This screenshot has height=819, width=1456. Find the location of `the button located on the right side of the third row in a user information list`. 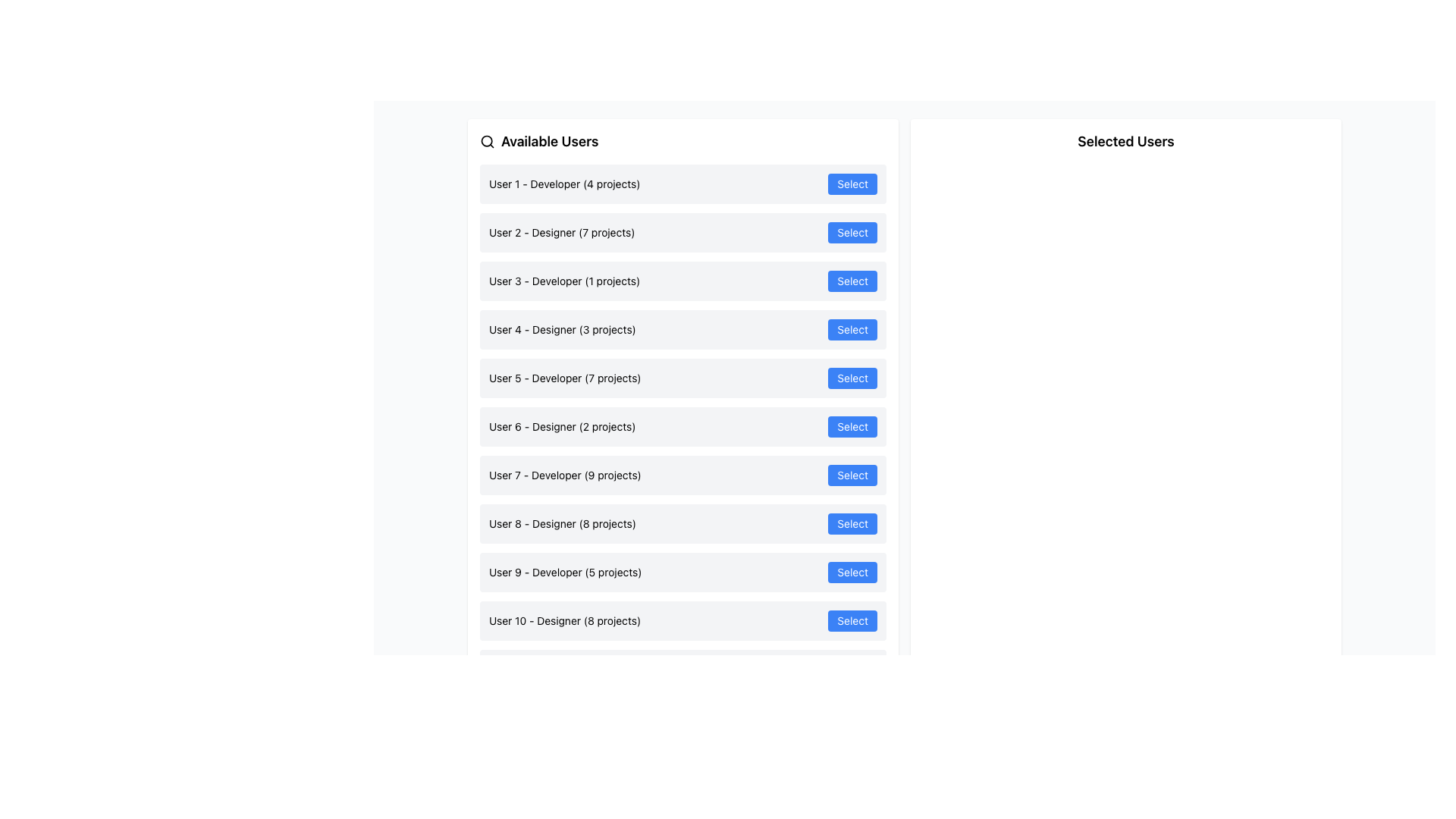

the button located on the right side of the third row in a user information list is located at coordinates (852, 281).